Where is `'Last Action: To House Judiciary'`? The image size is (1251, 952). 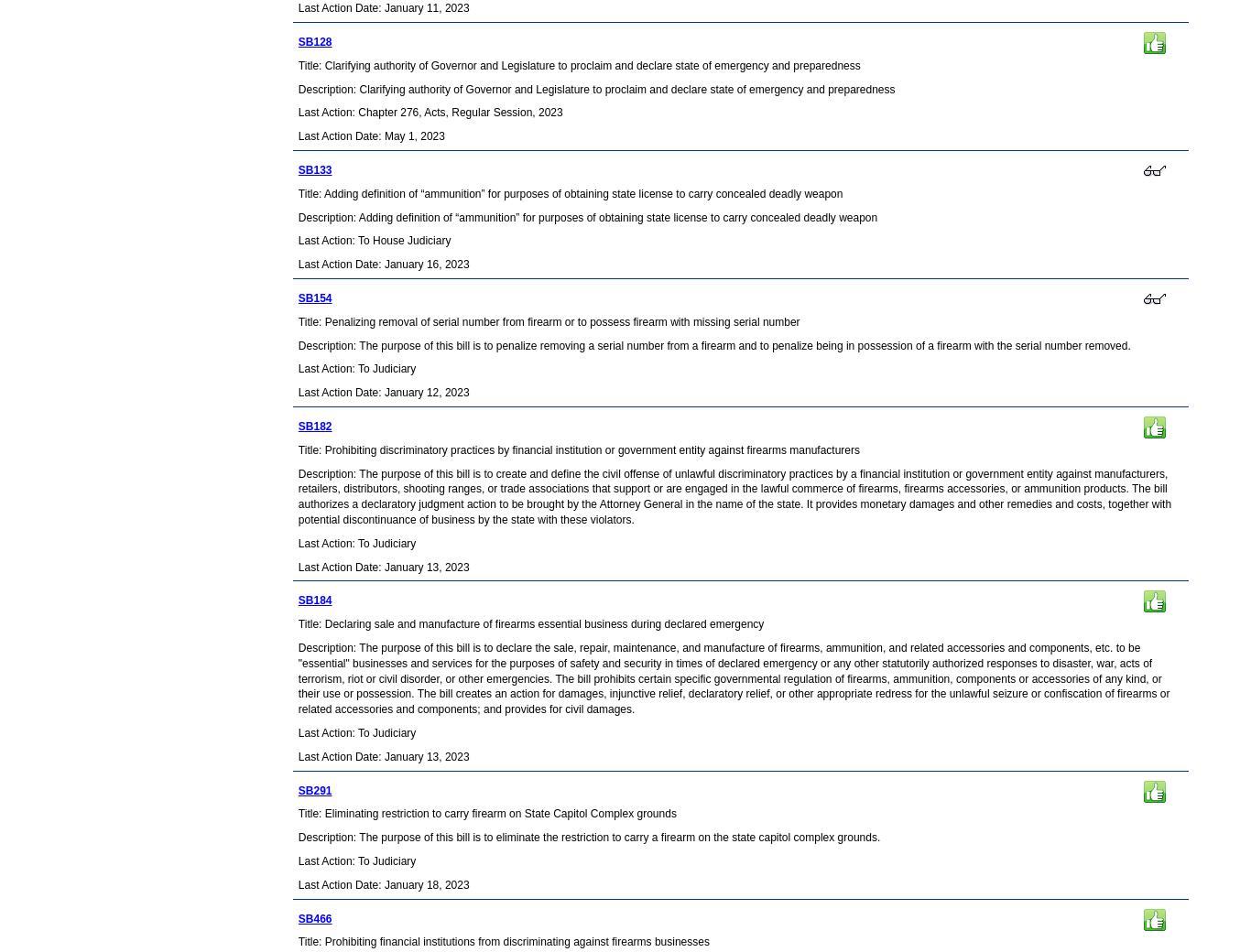
'Last Action: To House Judiciary' is located at coordinates (373, 240).